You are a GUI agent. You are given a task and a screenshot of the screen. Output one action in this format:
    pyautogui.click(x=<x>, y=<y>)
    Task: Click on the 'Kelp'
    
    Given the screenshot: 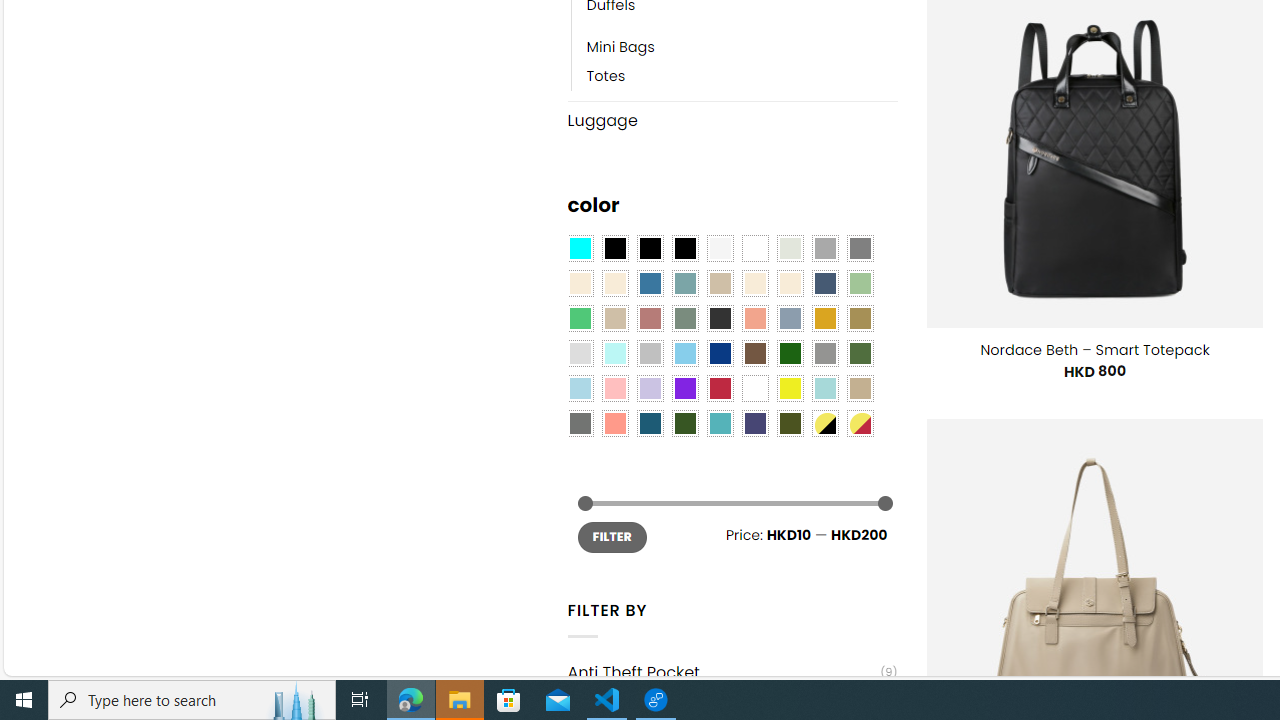 What is the action you would take?
    pyautogui.click(x=860, y=317)
    